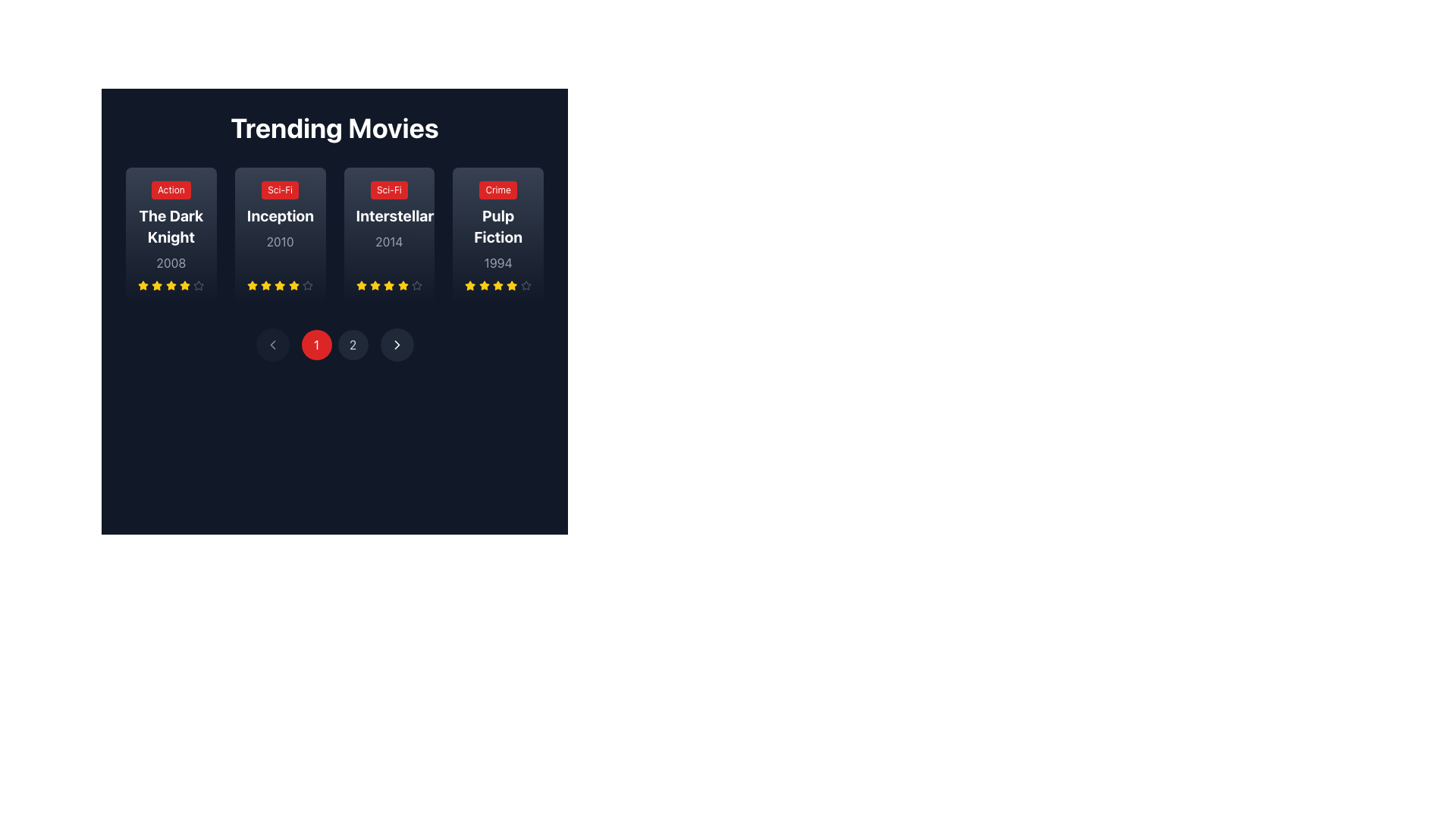  What do you see at coordinates (498, 227) in the screenshot?
I see `the movie title text label located centrally below the 'Crime' tag and above the year '1994'` at bounding box center [498, 227].